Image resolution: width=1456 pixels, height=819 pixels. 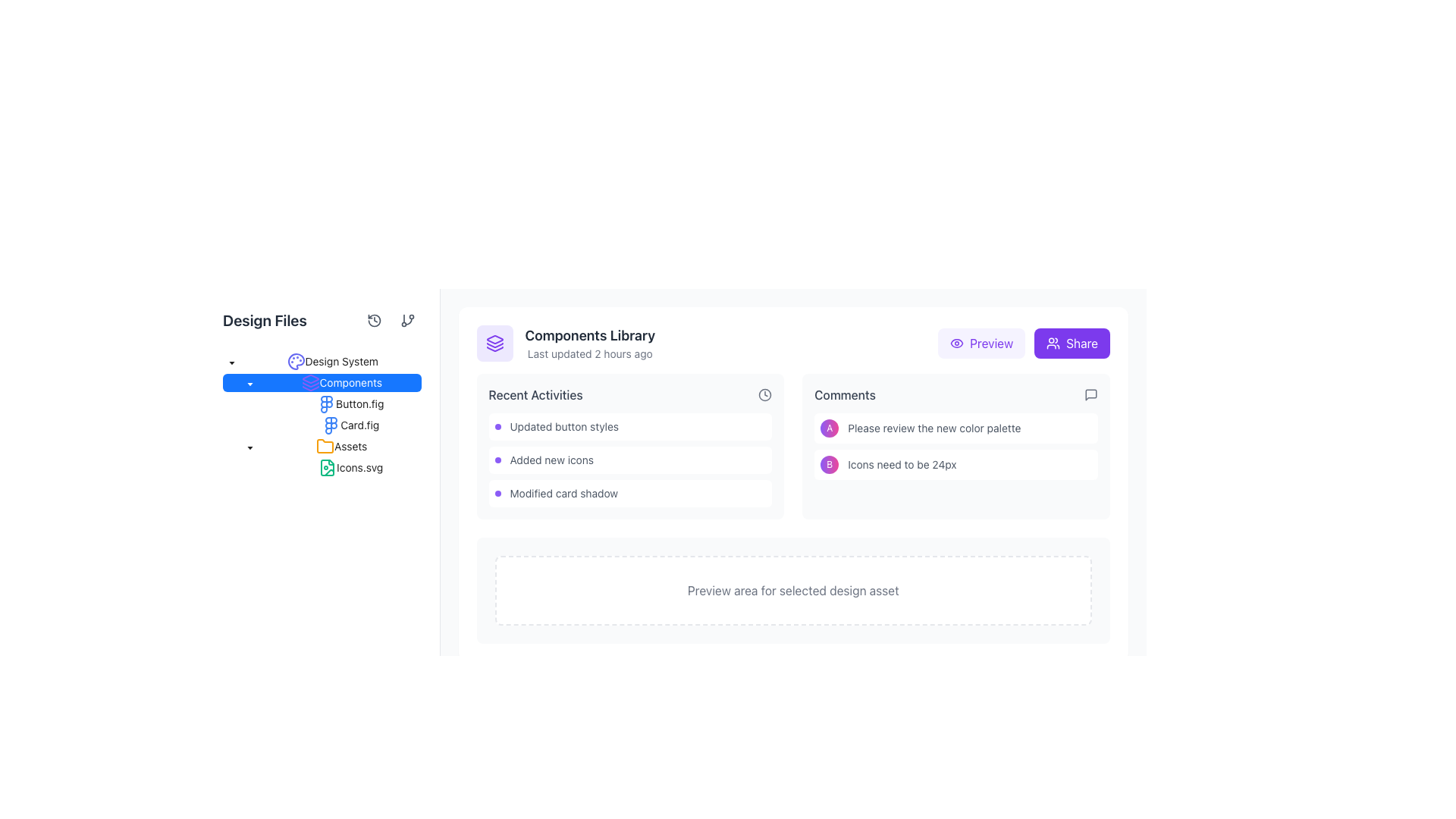 What do you see at coordinates (231, 446) in the screenshot?
I see `the indentation spacer that visually represents the hierarchical level of the 'Assets' tree item, located at the starting left indentation` at bounding box center [231, 446].